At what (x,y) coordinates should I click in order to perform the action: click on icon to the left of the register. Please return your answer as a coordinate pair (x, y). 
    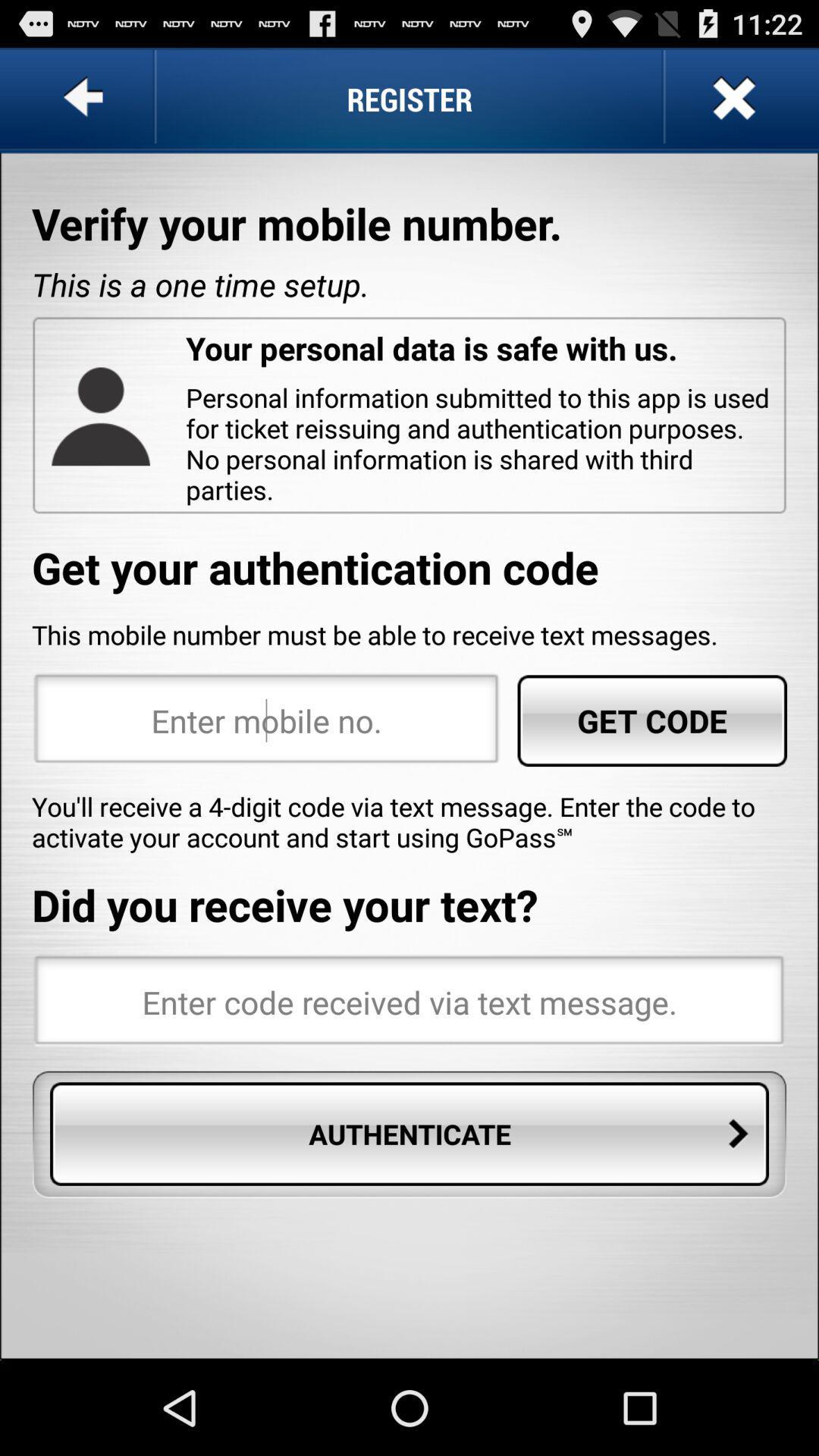
    Looking at the image, I should click on (86, 98).